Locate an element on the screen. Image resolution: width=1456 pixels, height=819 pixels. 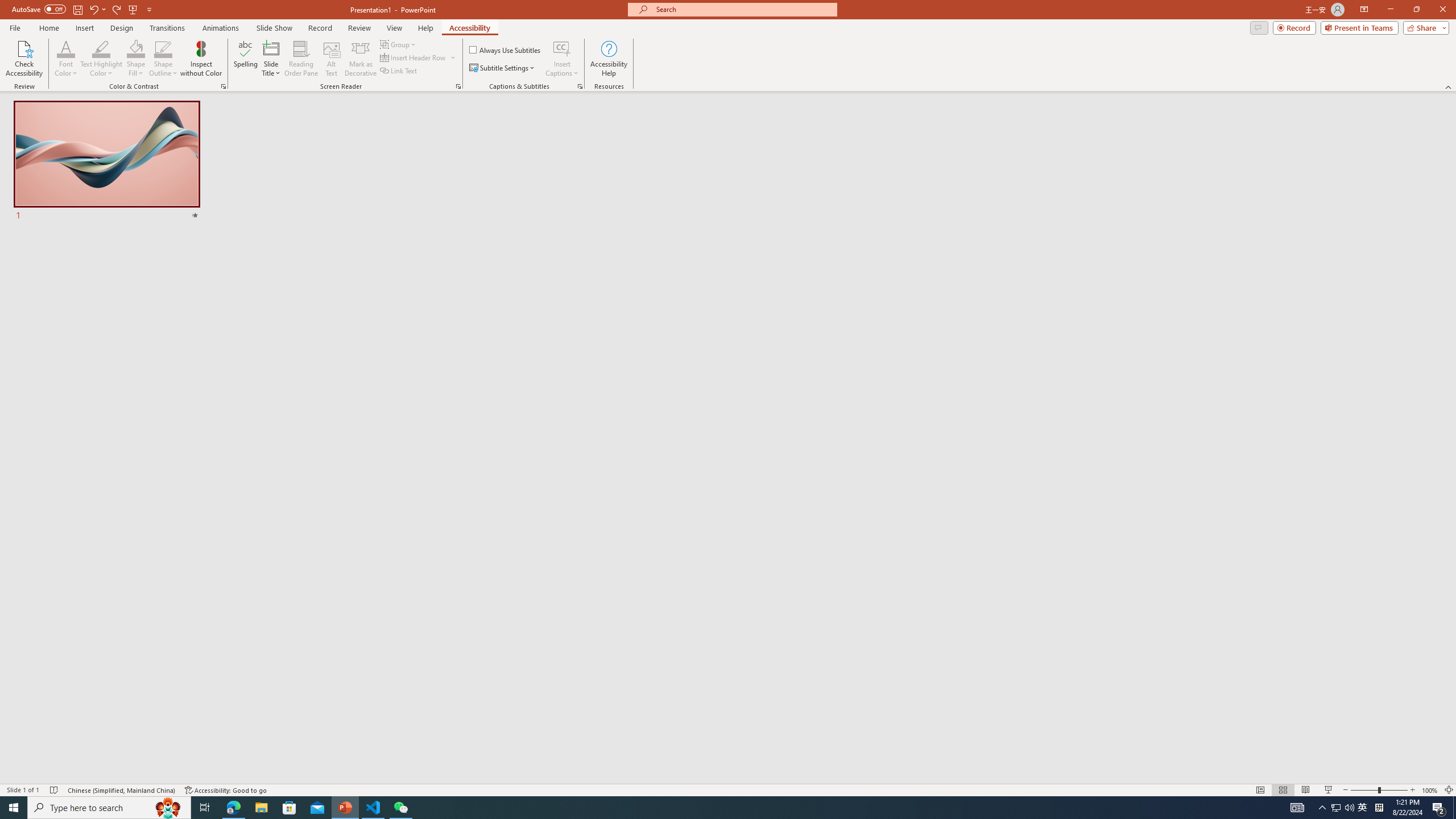
'Shape Outline Blue, Accent 1' is located at coordinates (164, 48).